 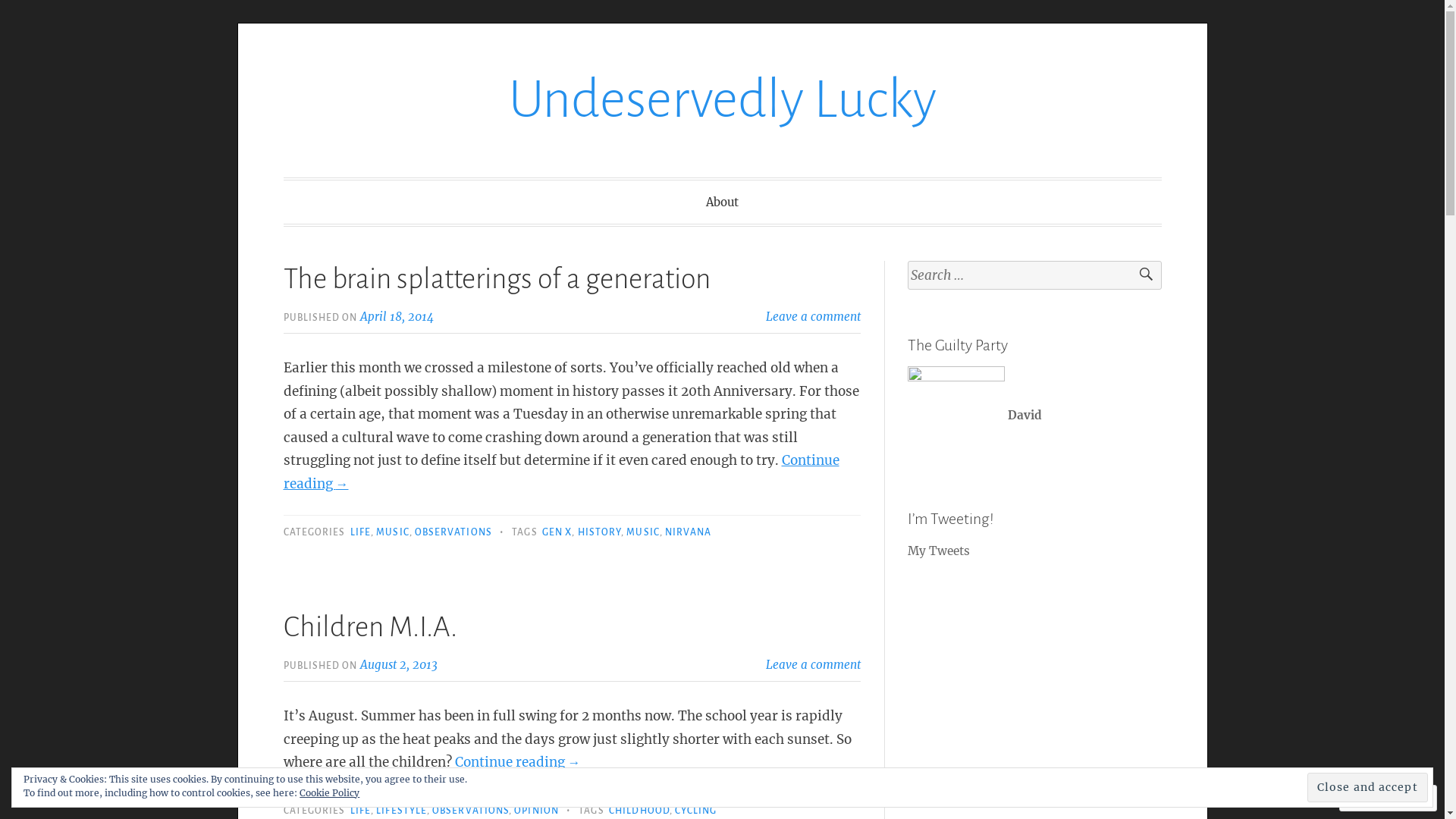 What do you see at coordinates (687, 532) in the screenshot?
I see `'NIRVANA'` at bounding box center [687, 532].